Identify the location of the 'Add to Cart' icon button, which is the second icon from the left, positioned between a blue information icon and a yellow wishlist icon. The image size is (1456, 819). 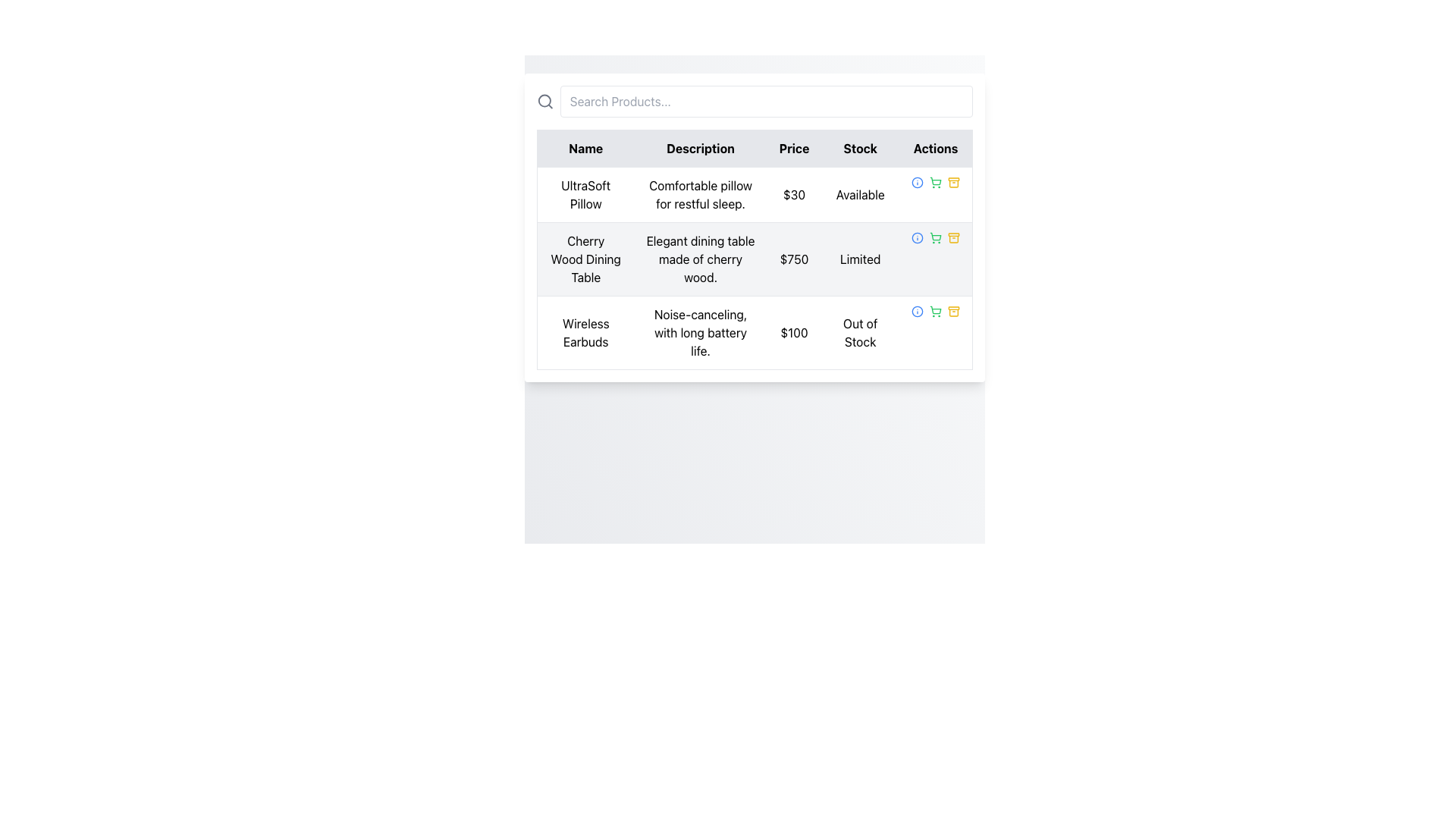
(934, 237).